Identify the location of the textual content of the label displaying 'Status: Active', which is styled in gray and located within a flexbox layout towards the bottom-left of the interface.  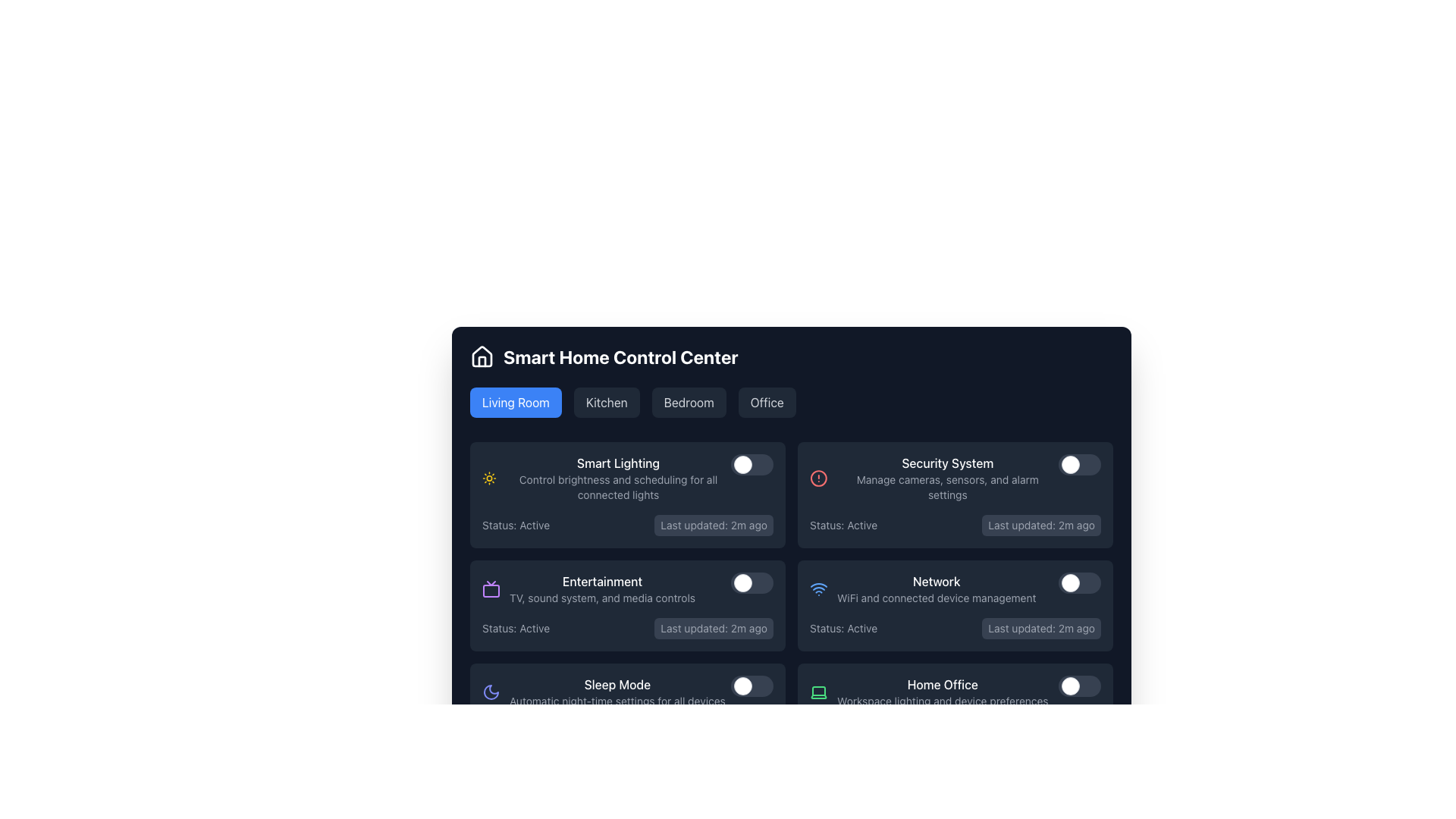
(516, 730).